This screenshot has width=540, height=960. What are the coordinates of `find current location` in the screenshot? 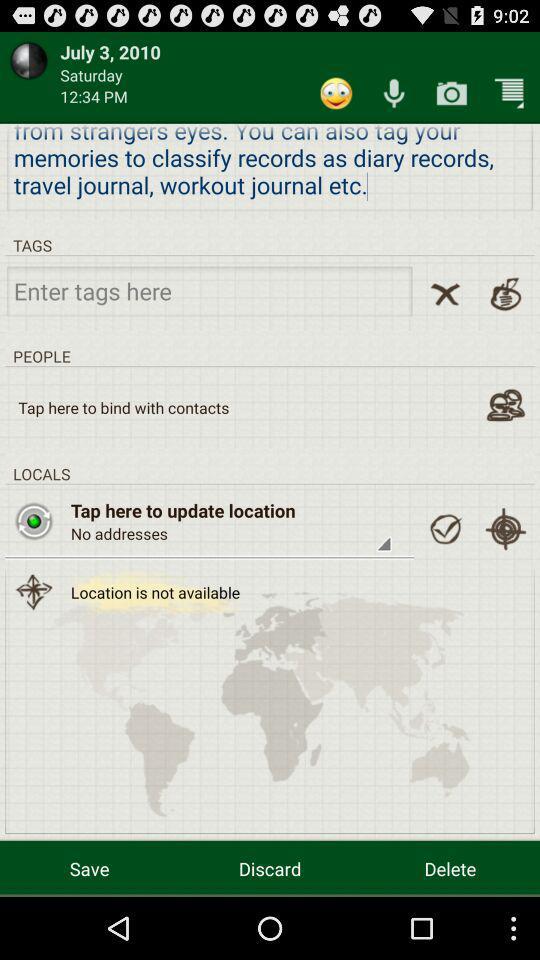 It's located at (504, 528).